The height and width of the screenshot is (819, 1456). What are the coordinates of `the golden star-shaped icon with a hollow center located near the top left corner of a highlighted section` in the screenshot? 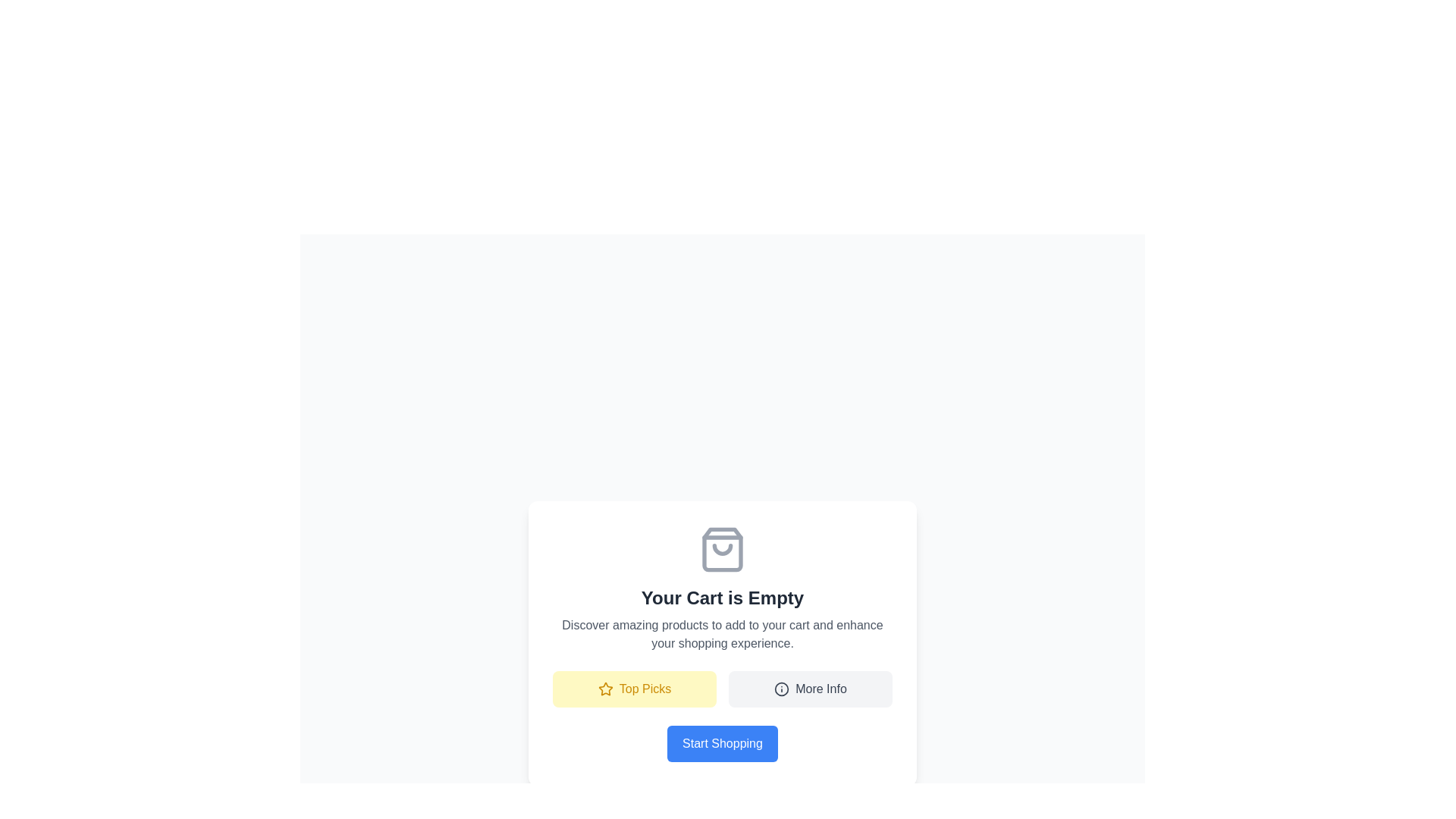 It's located at (604, 689).